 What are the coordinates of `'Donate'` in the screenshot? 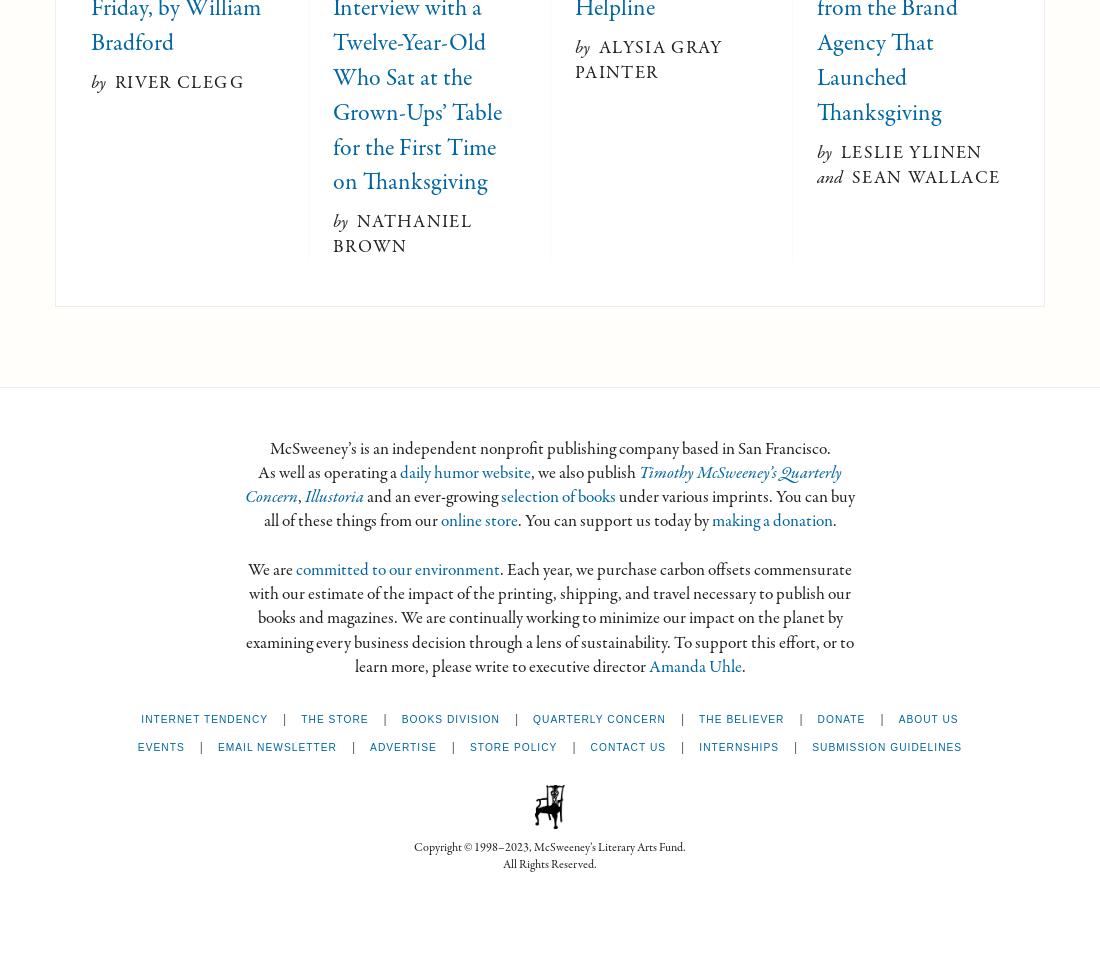 It's located at (816, 718).